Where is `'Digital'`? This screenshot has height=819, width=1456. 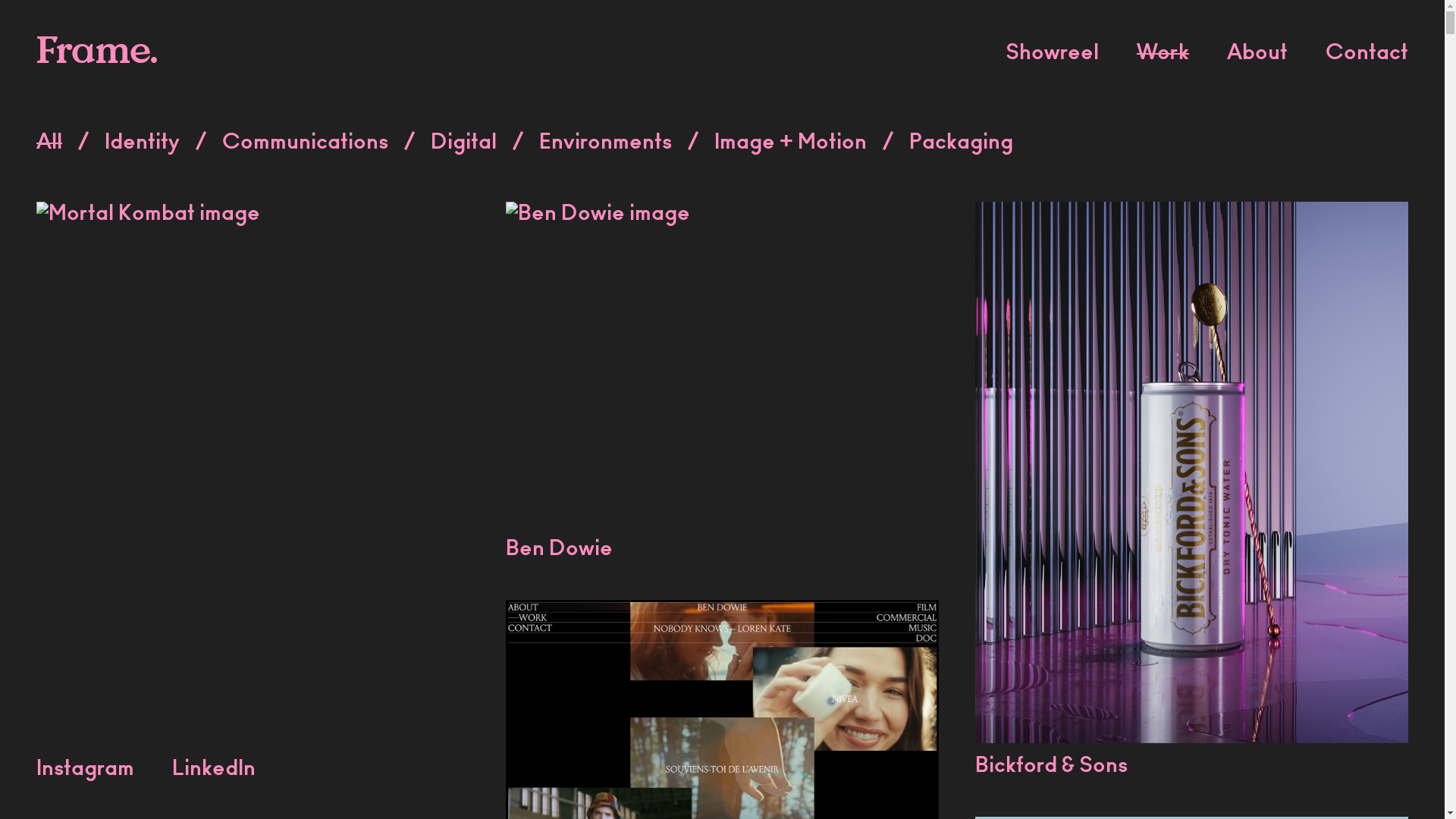
'Digital' is located at coordinates (463, 143).